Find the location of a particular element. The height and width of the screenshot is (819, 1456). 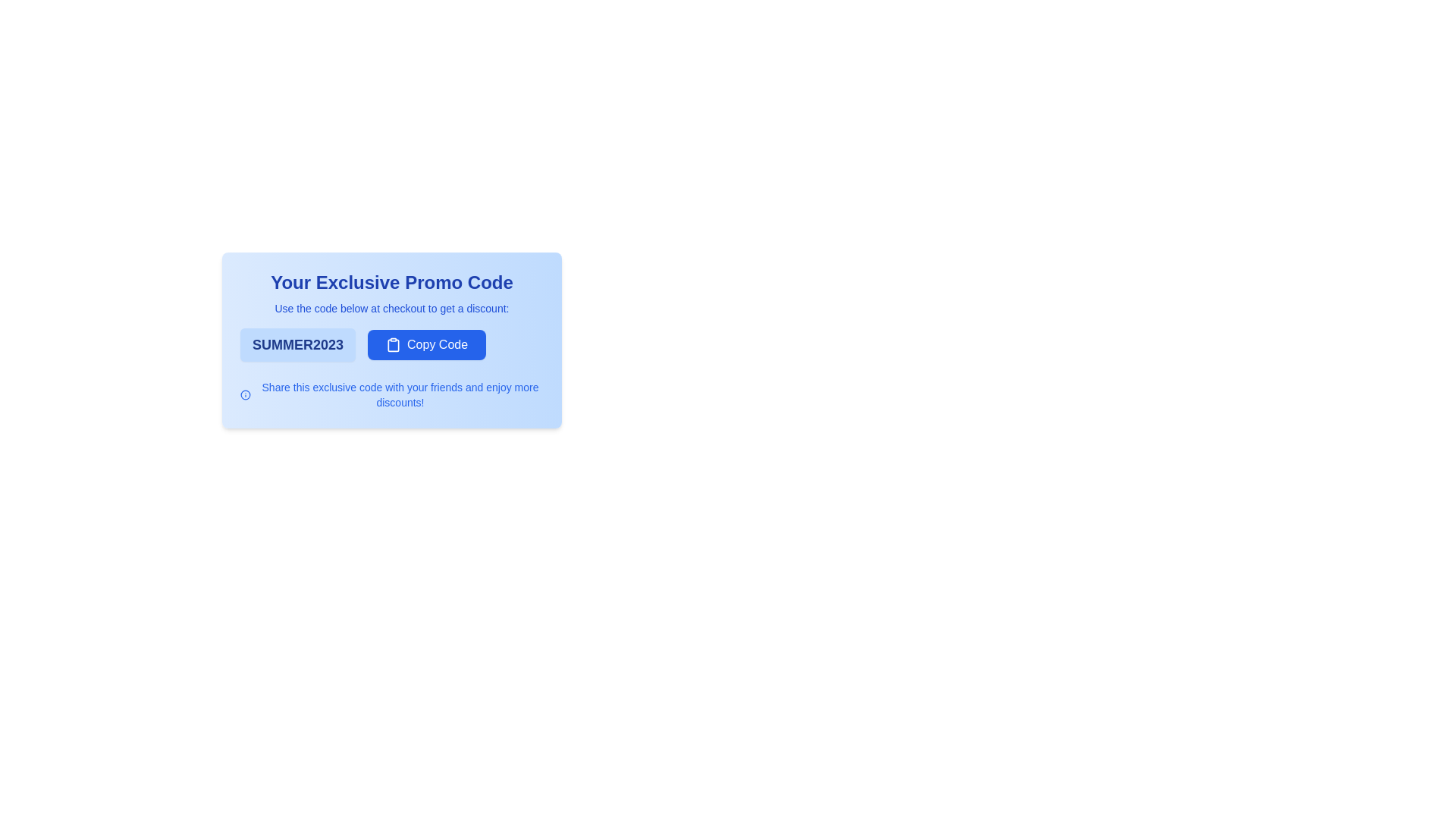

the informational text that encourages users to share the promotional code, located below the 'Copy Code' button and centered in the lower area of the blue-gradient card is located at coordinates (392, 394).